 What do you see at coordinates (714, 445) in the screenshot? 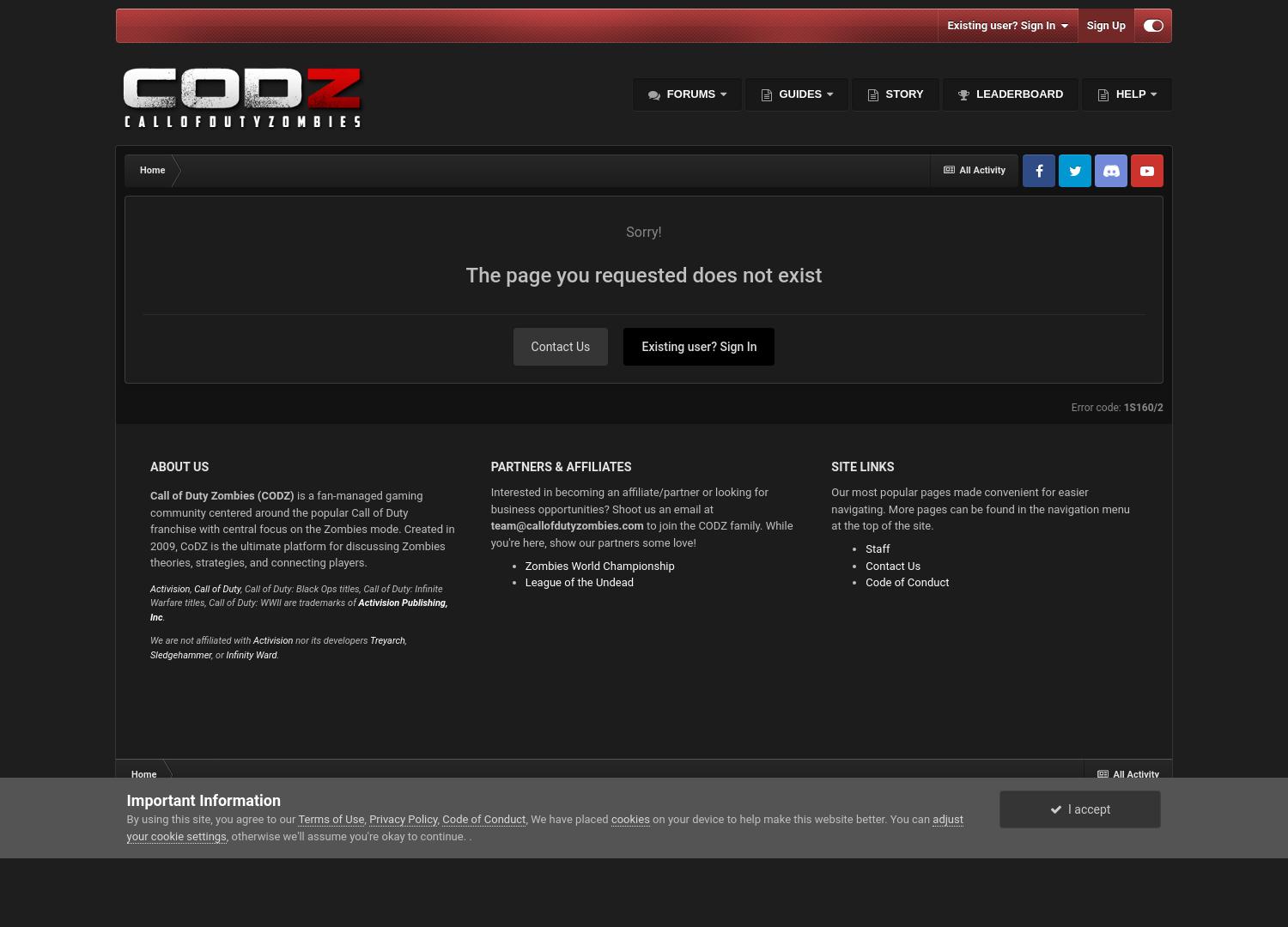
I see `'Community Center'` at bounding box center [714, 445].